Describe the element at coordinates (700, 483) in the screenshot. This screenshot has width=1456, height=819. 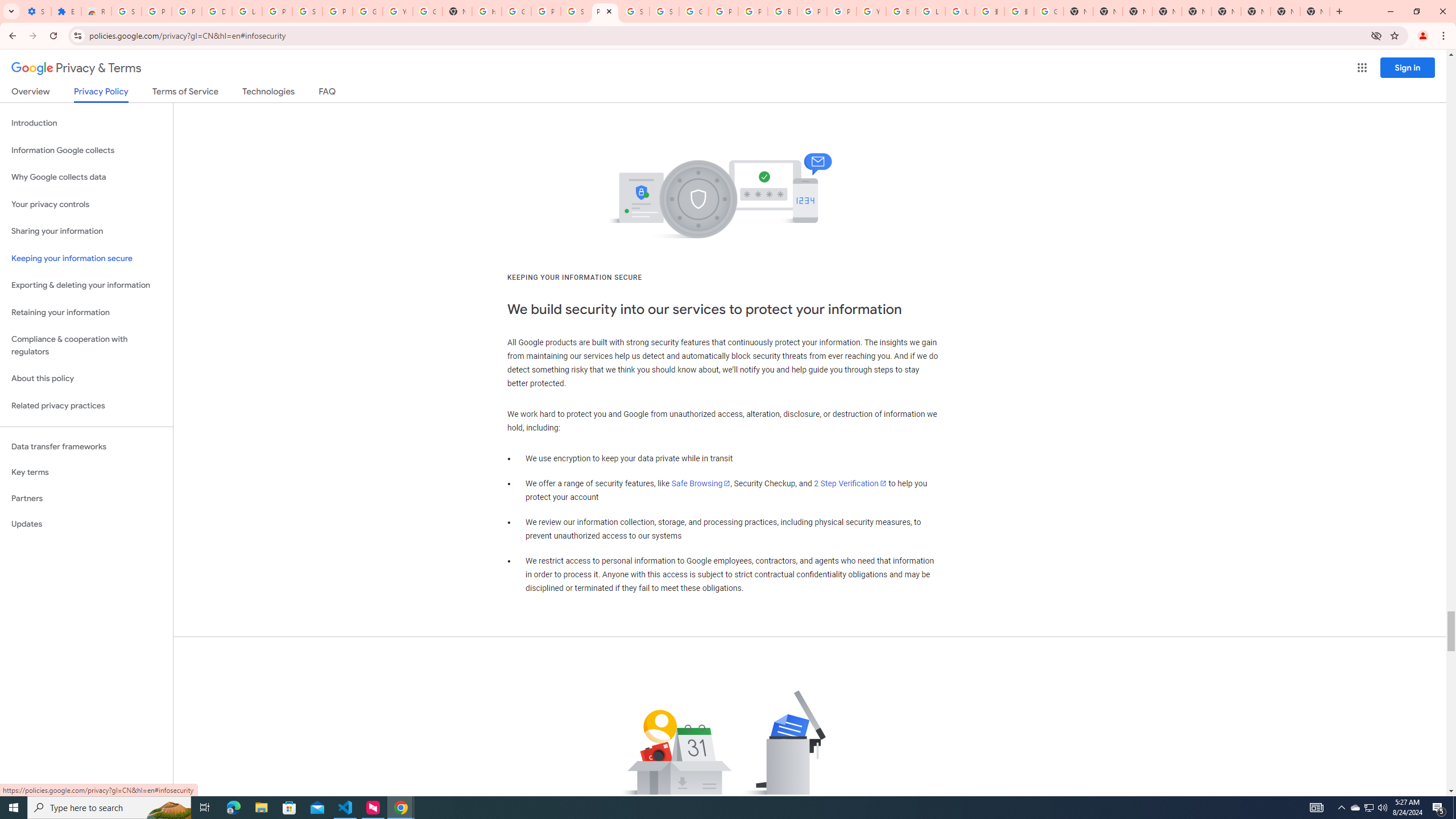
I see `'Safe Browsing'` at that location.